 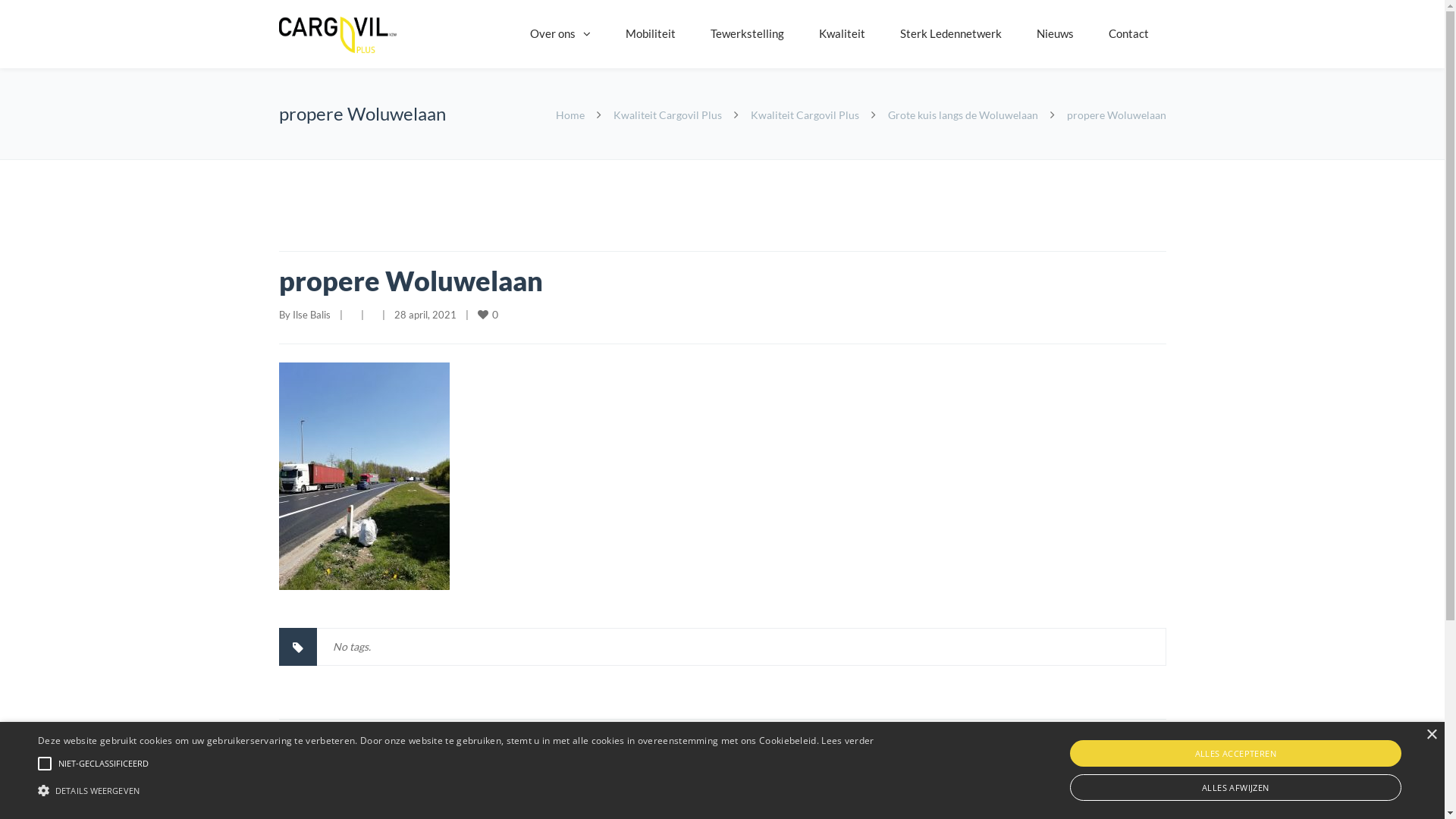 I want to click on 'Sterk Ledennetwerk', so click(x=949, y=34).